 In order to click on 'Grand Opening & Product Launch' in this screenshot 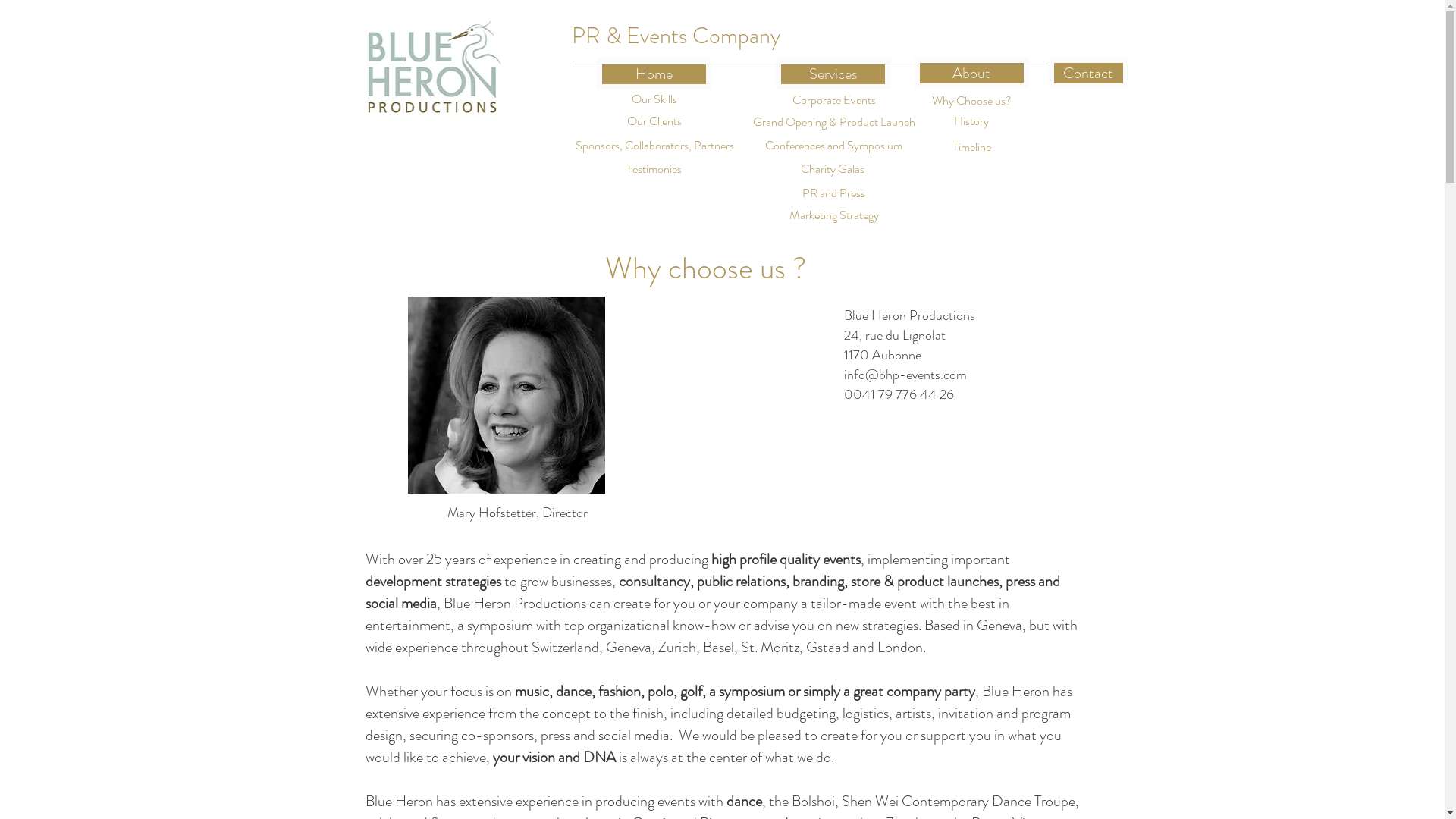, I will do `click(833, 121)`.